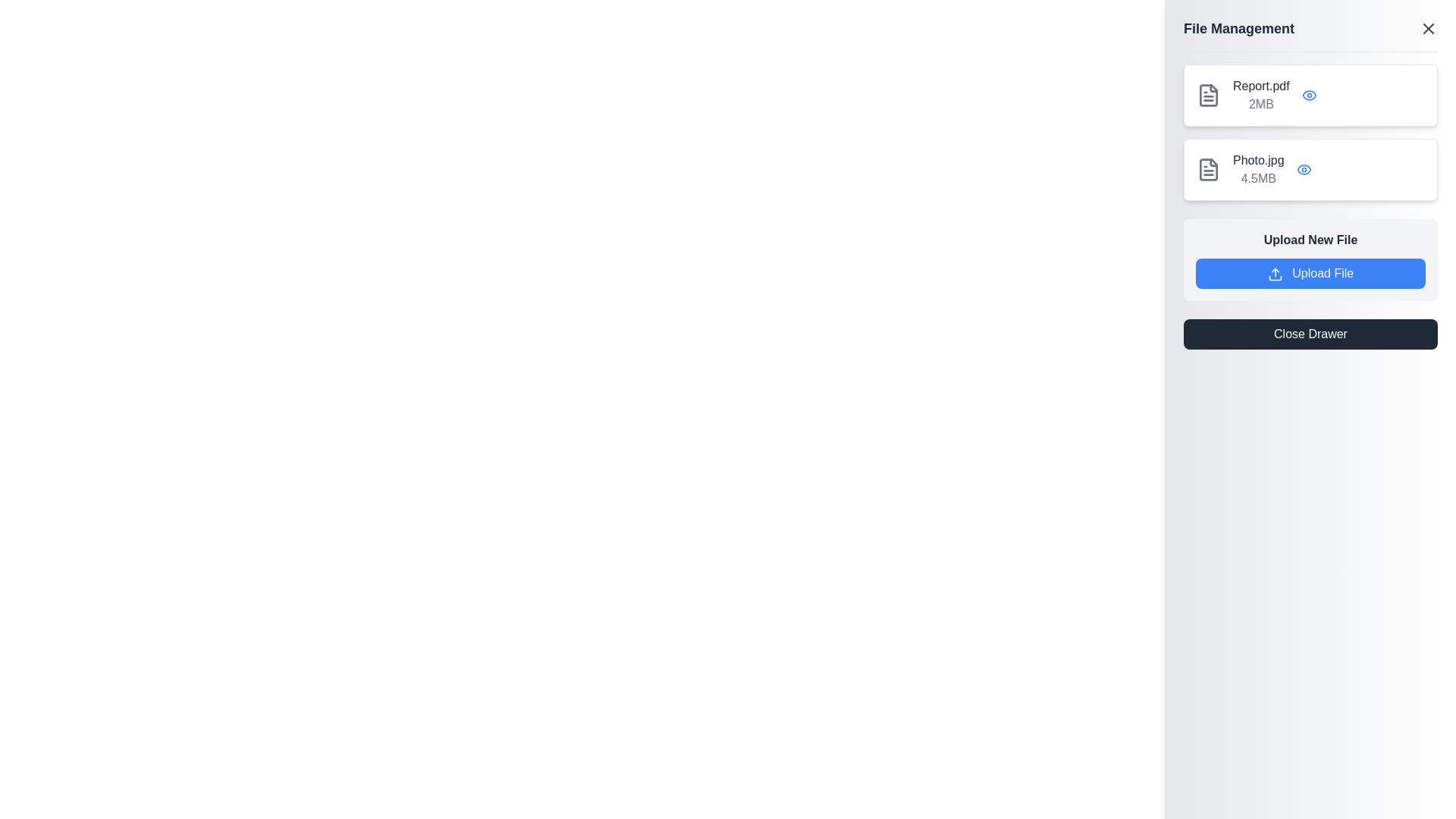 Image resolution: width=1456 pixels, height=819 pixels. What do you see at coordinates (1310, 239) in the screenshot?
I see `the text label that reads 'Upload New File', which is styled with a bold font and dark gray color, located in the sidebar labeled 'File Management'` at bounding box center [1310, 239].